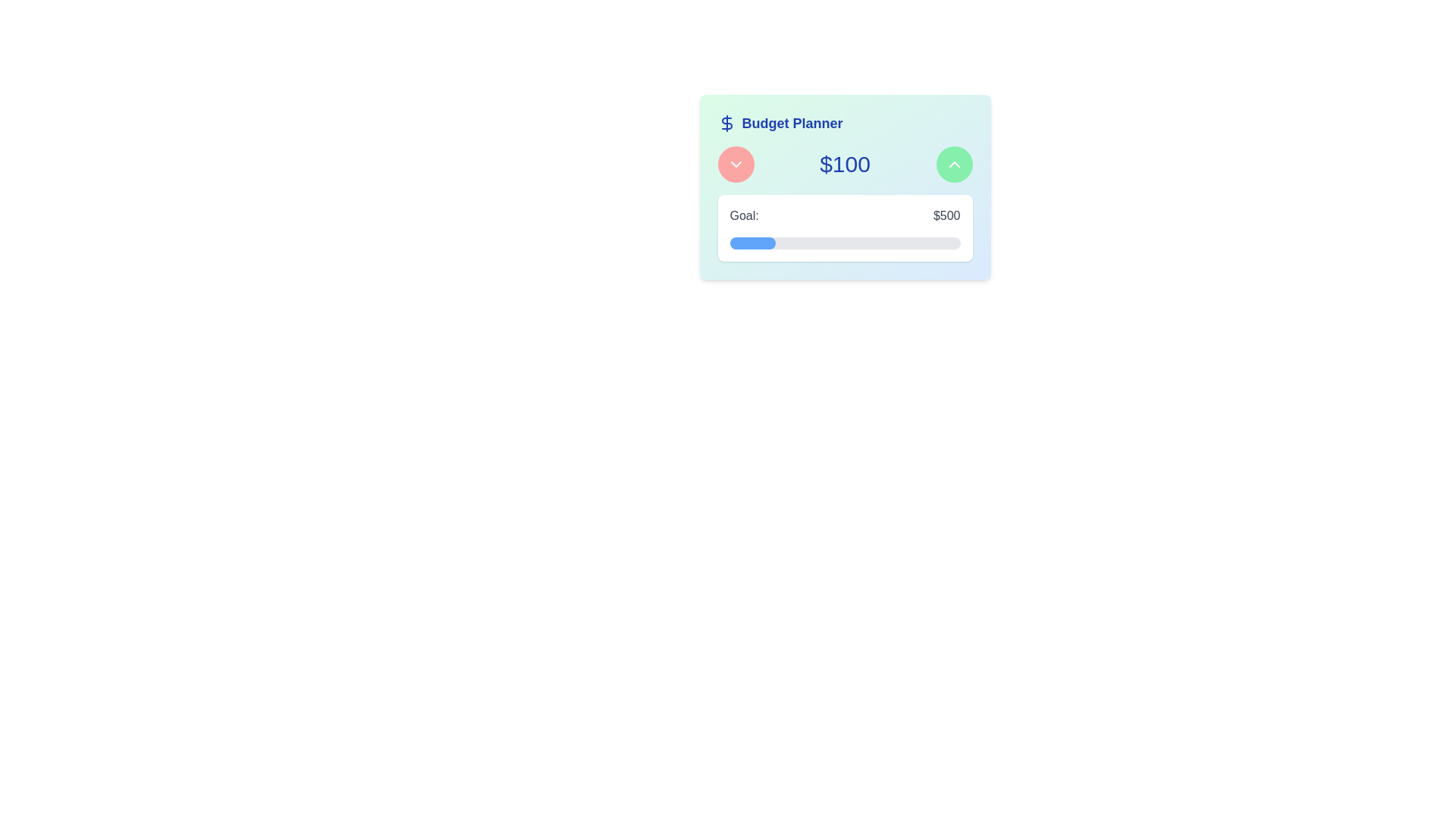 Image resolution: width=1456 pixels, height=819 pixels. What do you see at coordinates (736, 164) in the screenshot?
I see `the circular red button with a white chevron pointing downwards located on the left side of the budget planning interface` at bounding box center [736, 164].